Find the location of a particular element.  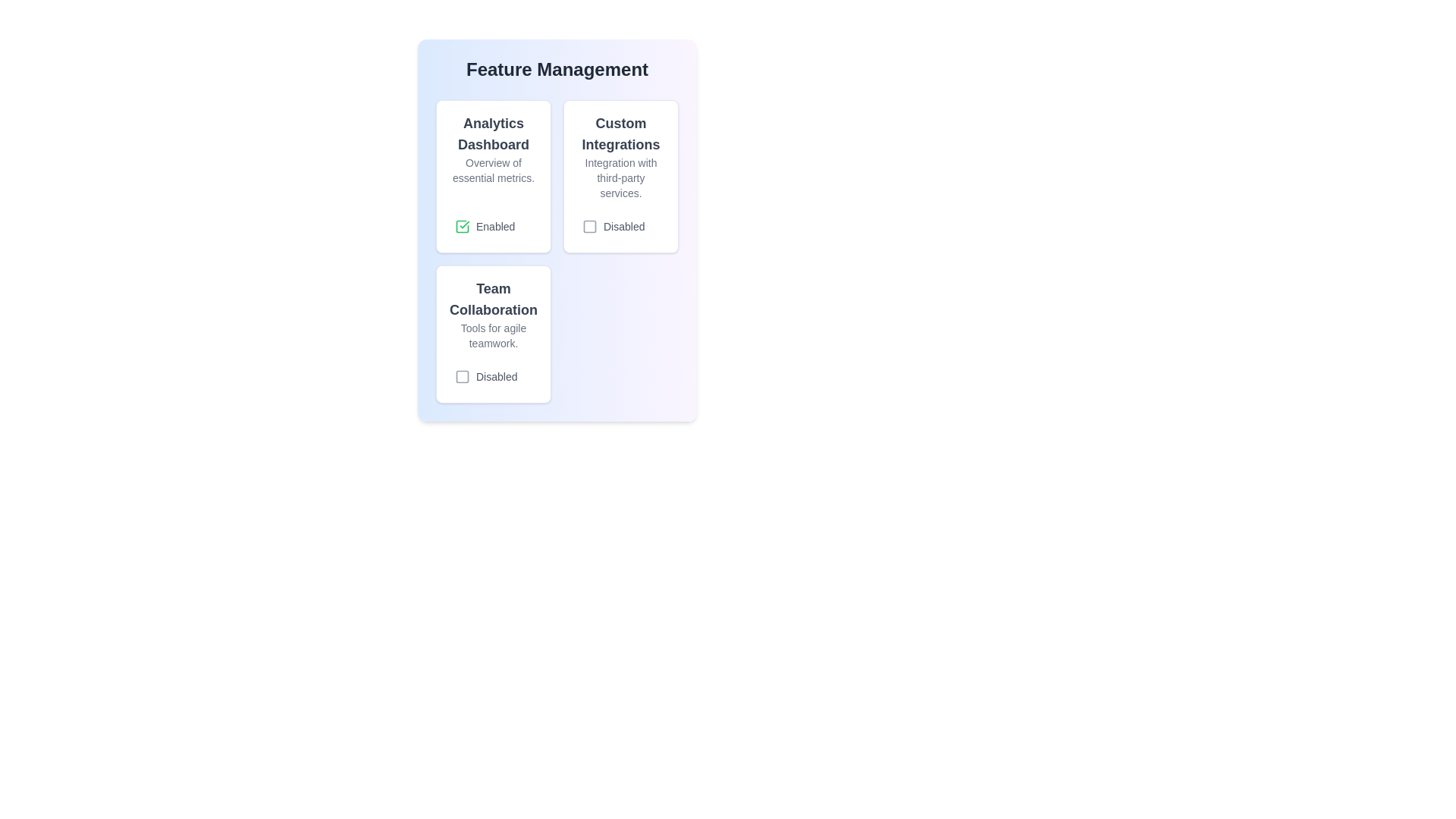

the disabled checkbox for 'Custom Integrations' located to the left of the text 'Disabled' in the feature management panel is located at coordinates (588, 227).